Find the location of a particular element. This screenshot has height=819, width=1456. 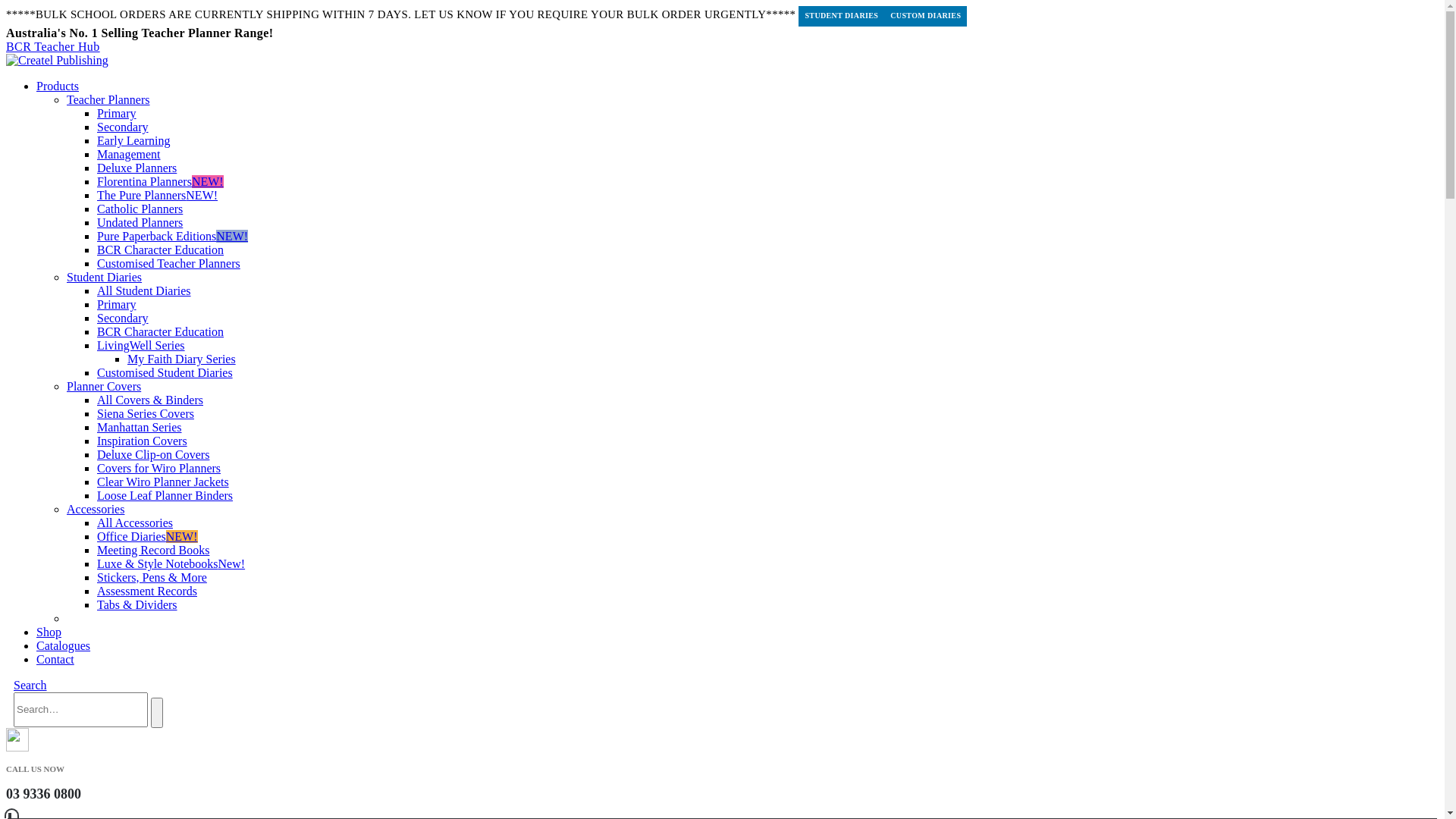

'Pure Paperback EditionsNEW!' is located at coordinates (172, 236).